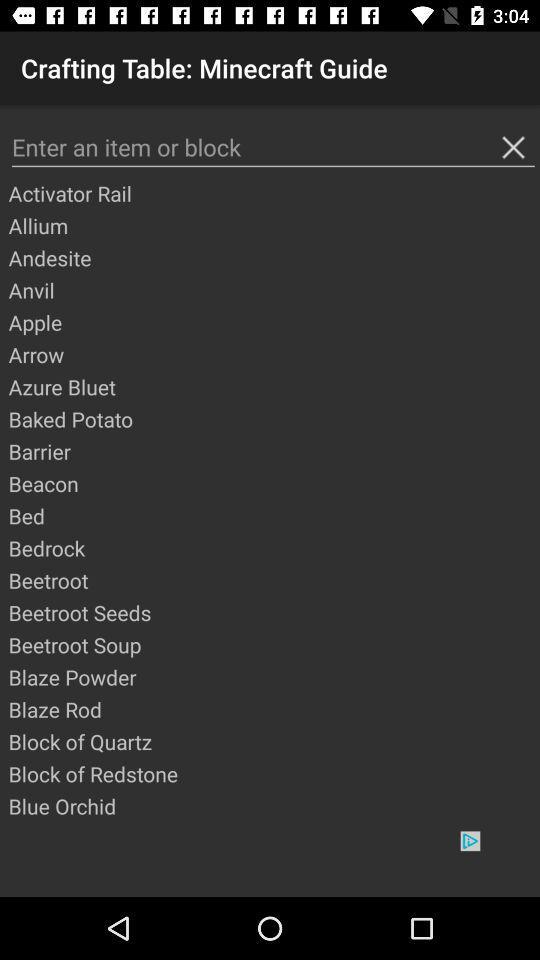  What do you see at coordinates (272, 146) in the screenshot?
I see `search bar` at bounding box center [272, 146].